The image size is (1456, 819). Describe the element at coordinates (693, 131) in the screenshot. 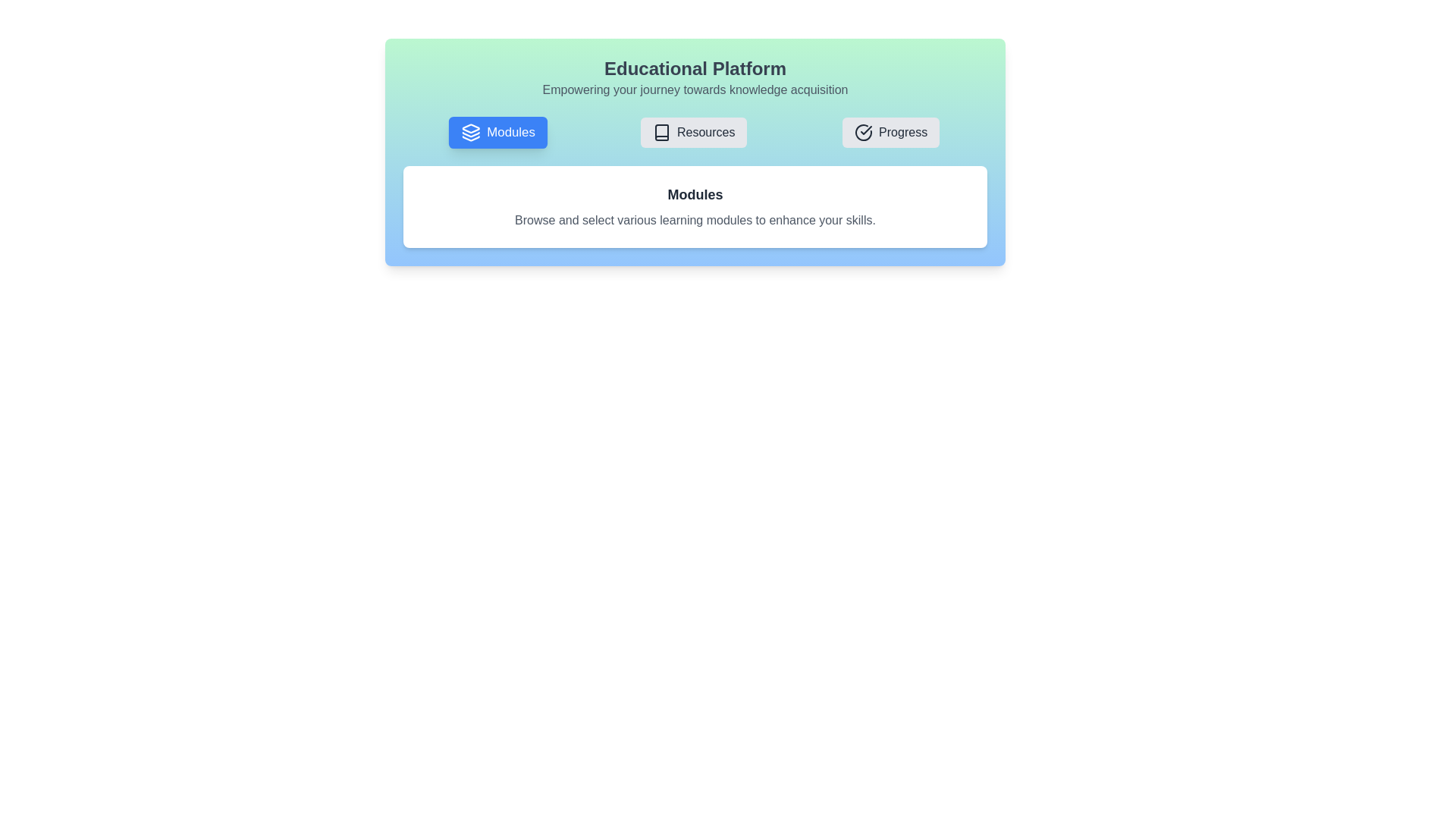

I see `the tab button labeled Resources` at that location.